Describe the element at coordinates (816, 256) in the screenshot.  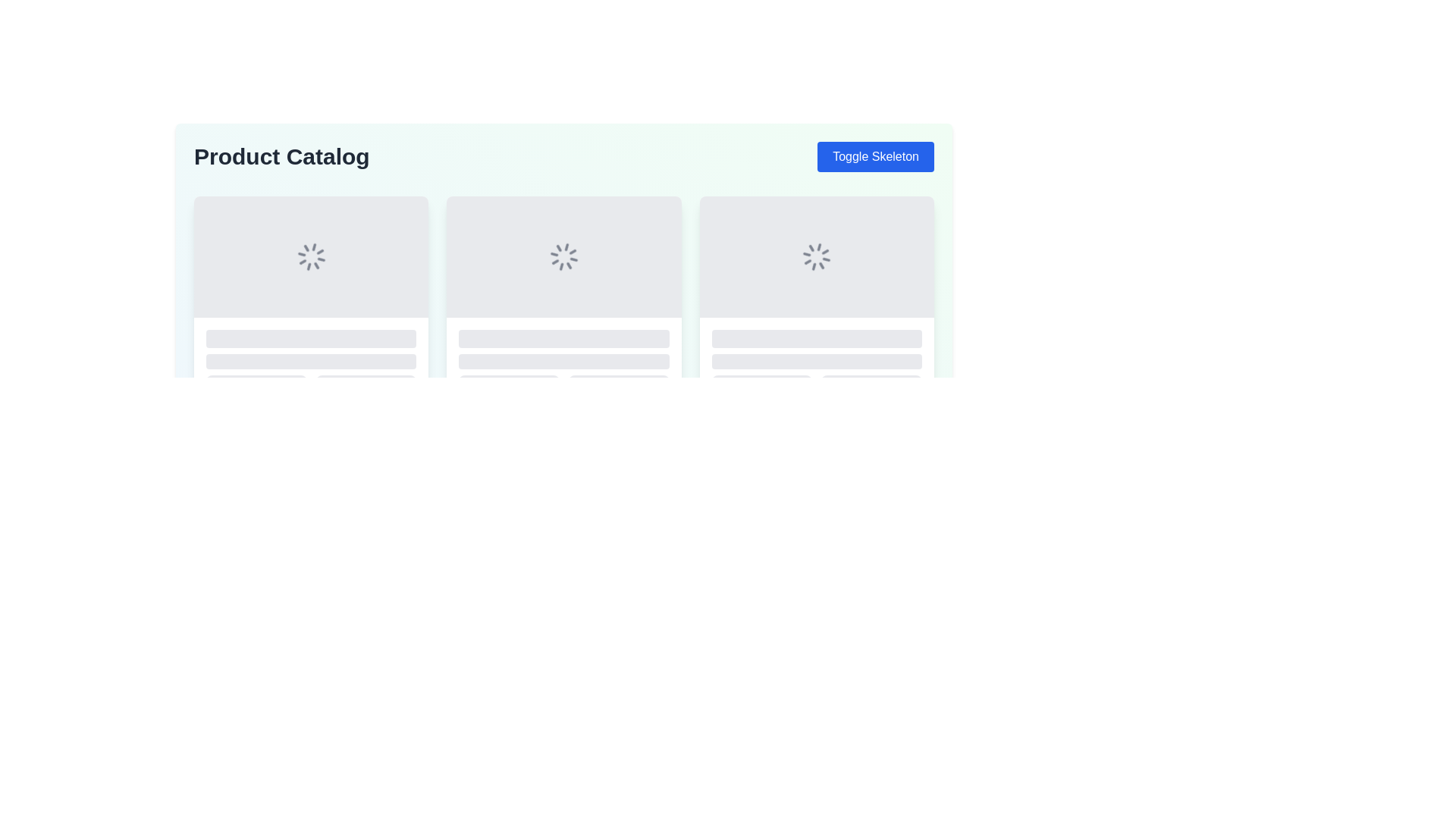
I see `the loading spinner, which is a circular loader icon with multiple radiating lines, spinning in gray color, located centrally within a light gray rectangular card` at that location.